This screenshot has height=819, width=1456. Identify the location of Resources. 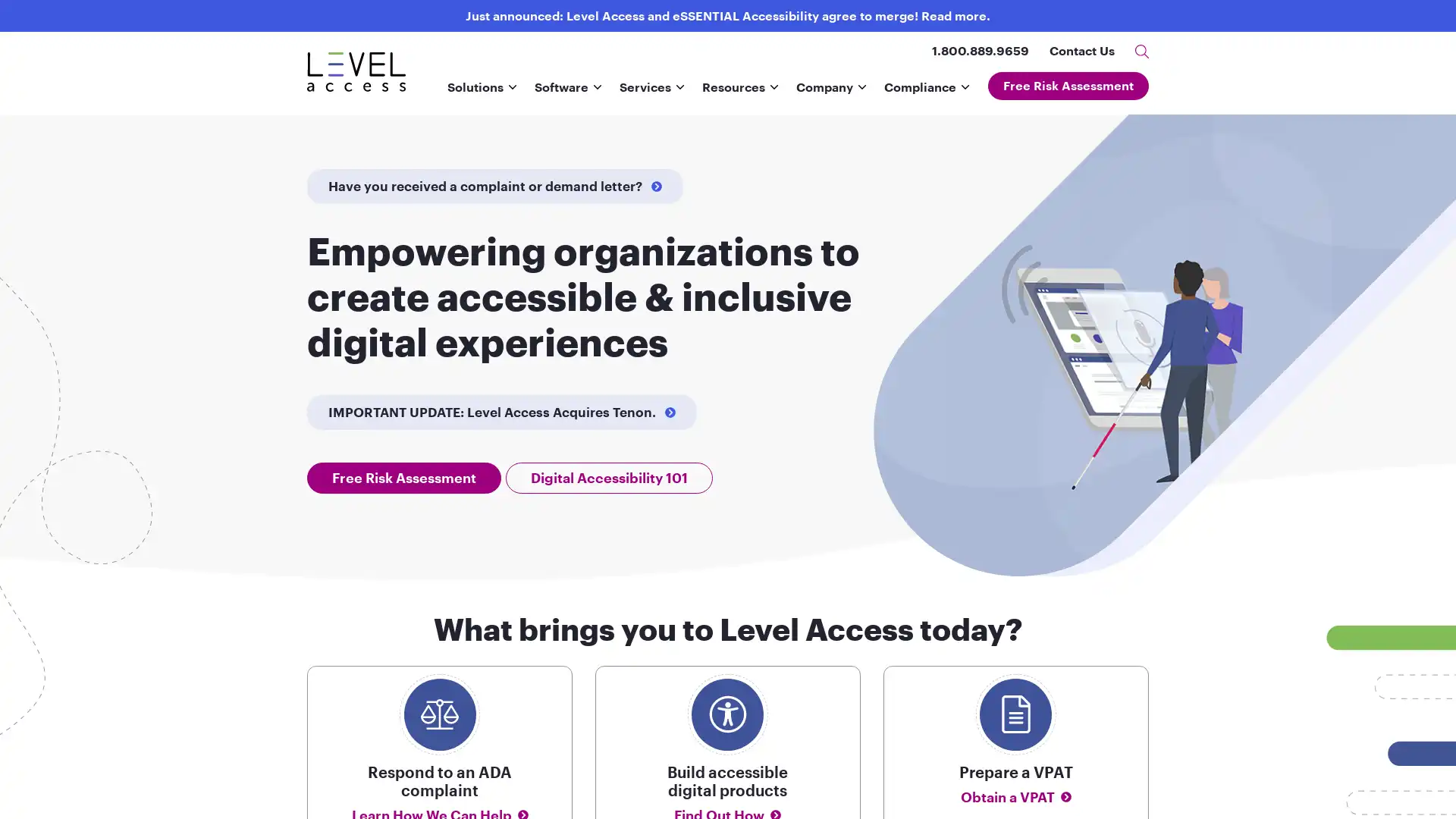
(739, 93).